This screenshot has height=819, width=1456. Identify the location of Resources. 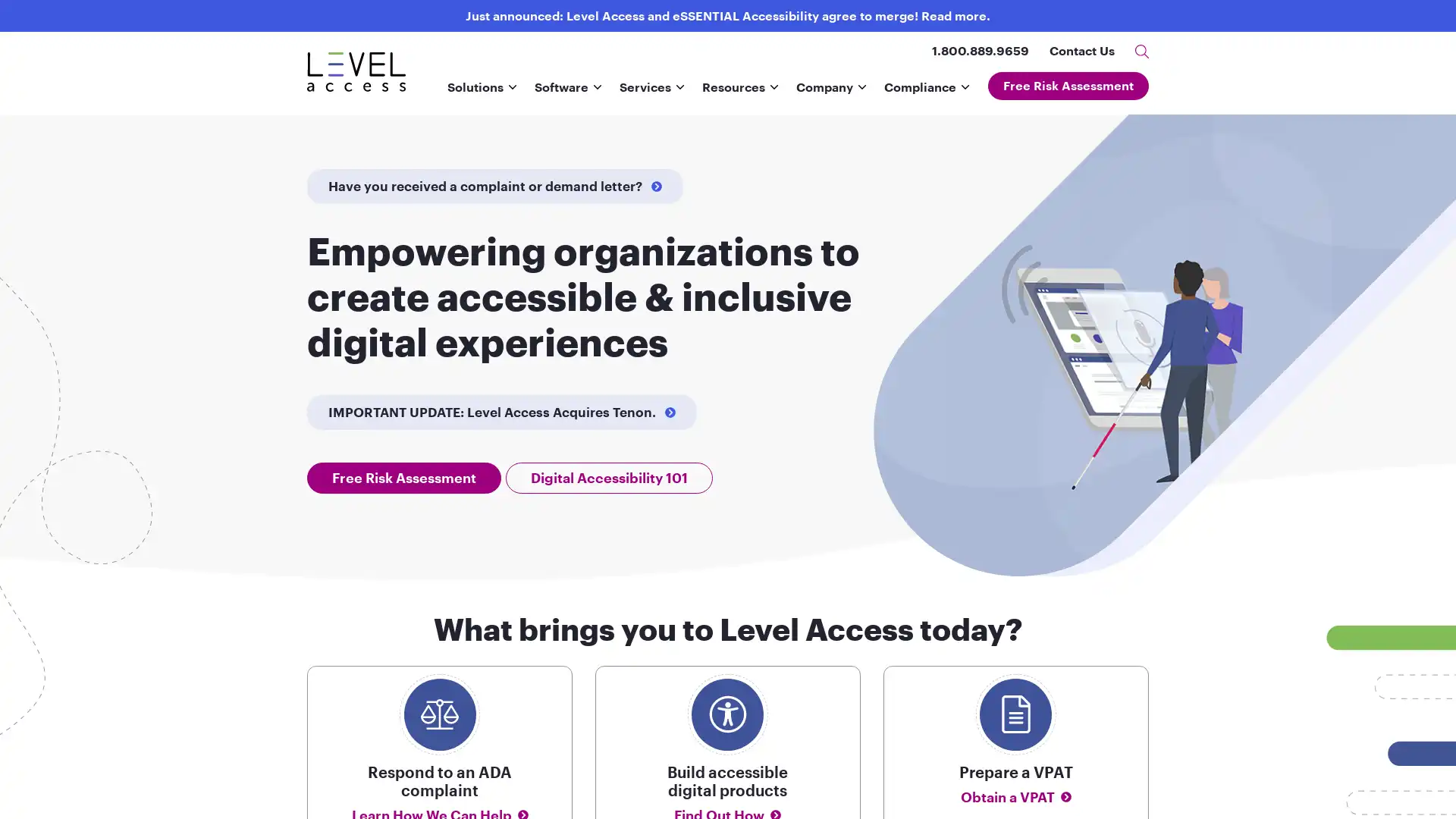
(739, 93).